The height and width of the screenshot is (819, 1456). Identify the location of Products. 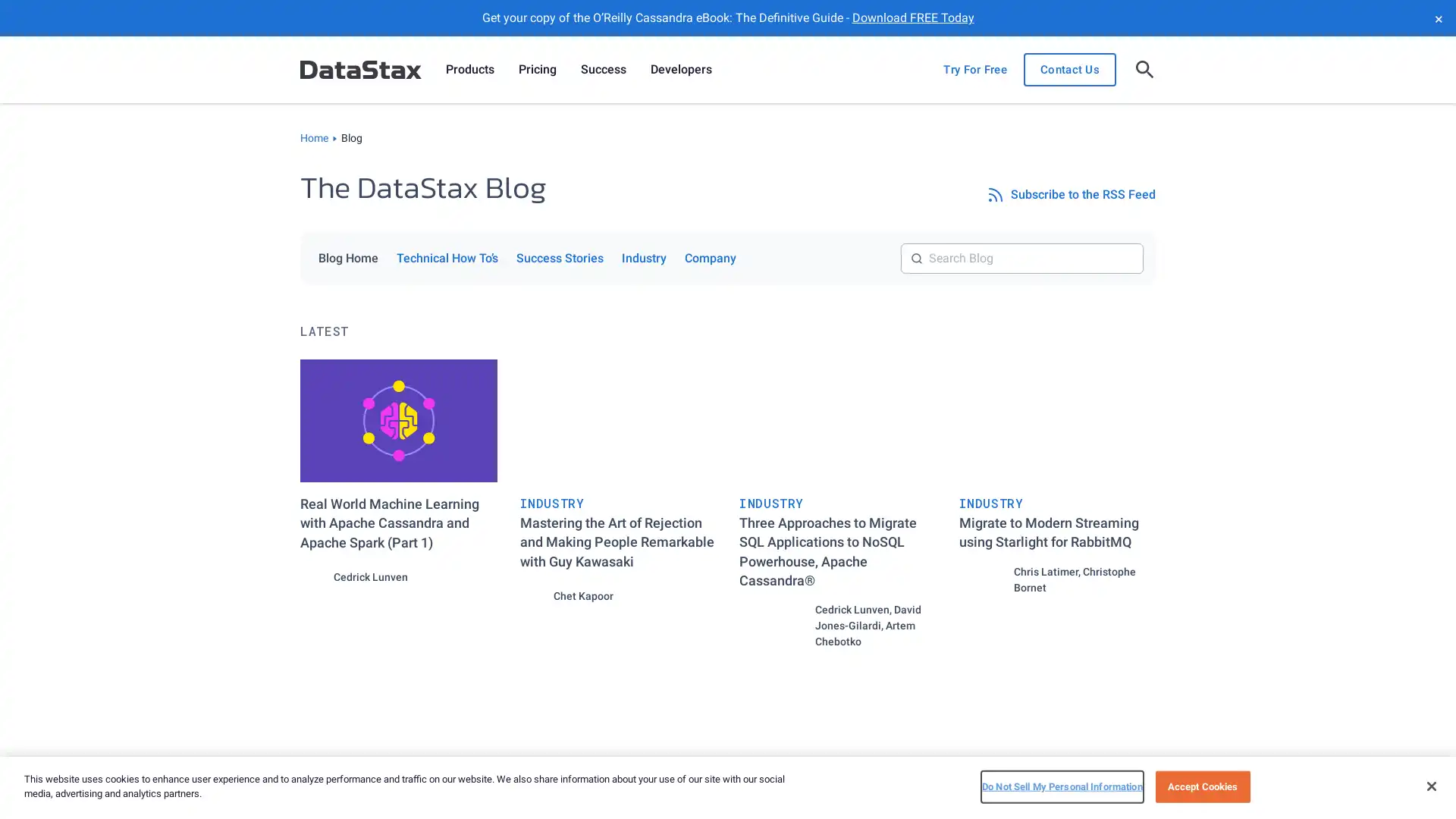
(469, 70).